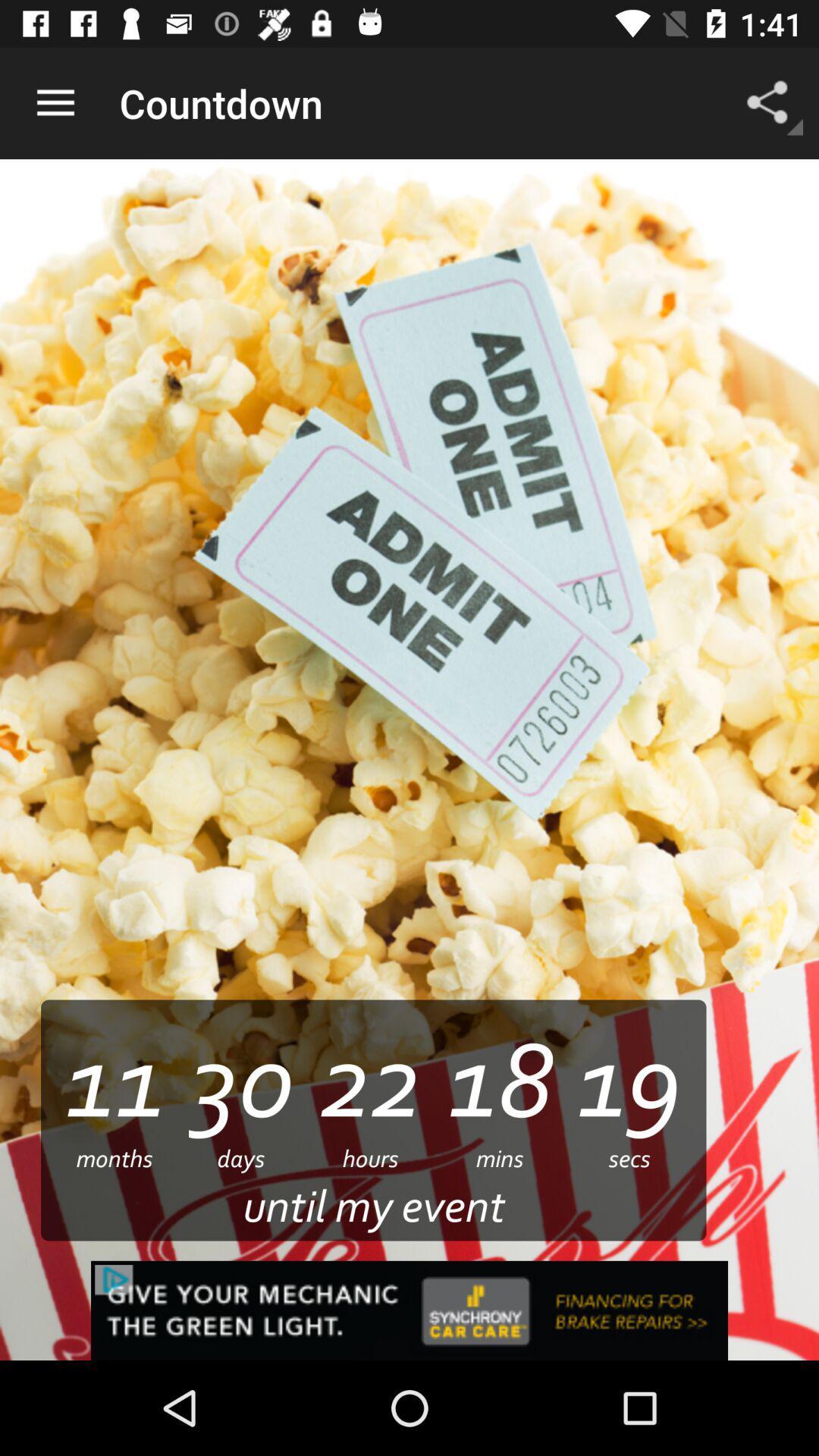  What do you see at coordinates (409, 1310) in the screenshot?
I see `opens up an application form for financing` at bounding box center [409, 1310].